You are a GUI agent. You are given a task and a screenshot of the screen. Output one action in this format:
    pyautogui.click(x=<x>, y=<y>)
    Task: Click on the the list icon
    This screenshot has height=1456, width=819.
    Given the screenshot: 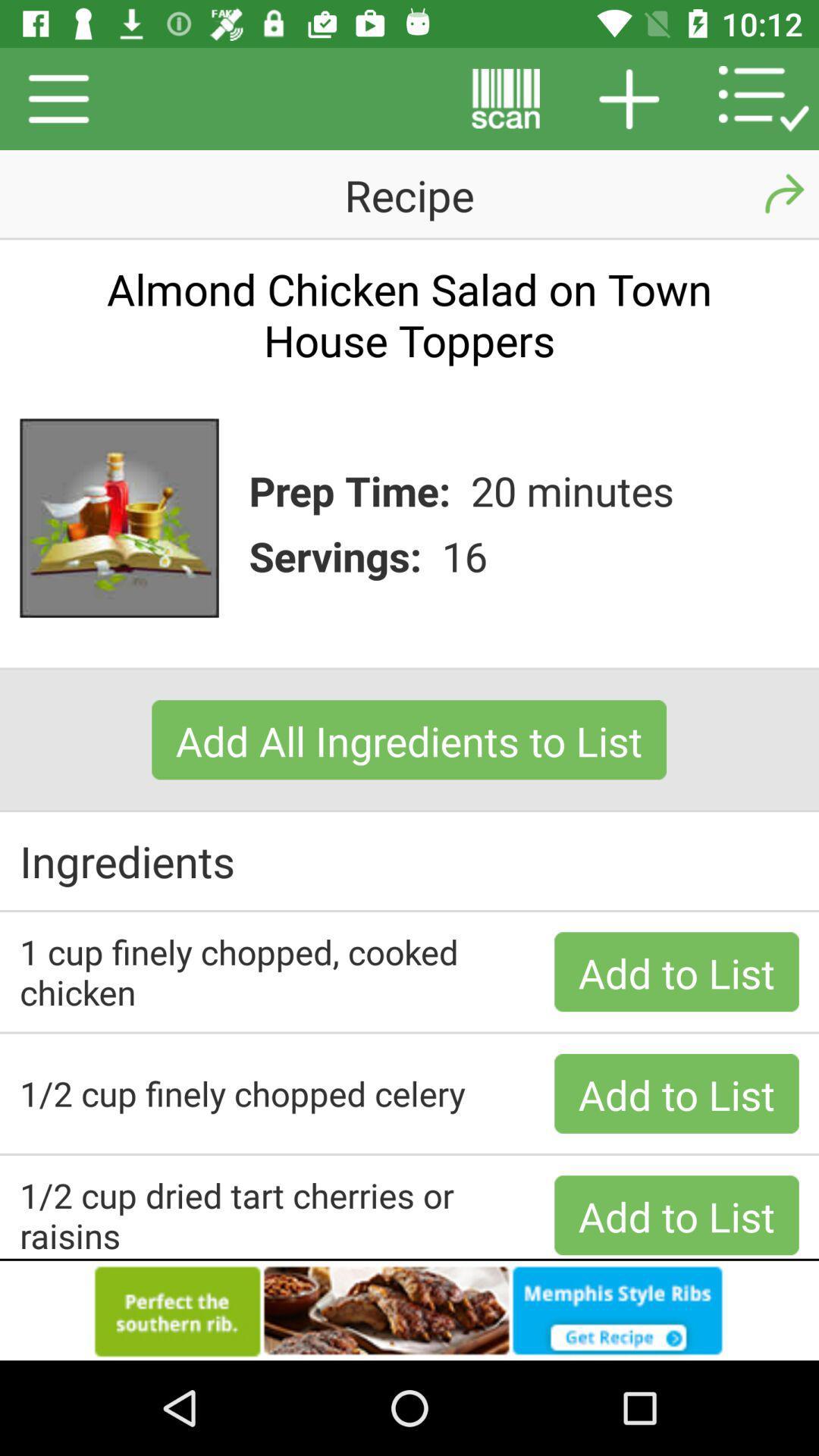 What is the action you would take?
    pyautogui.click(x=764, y=98)
    